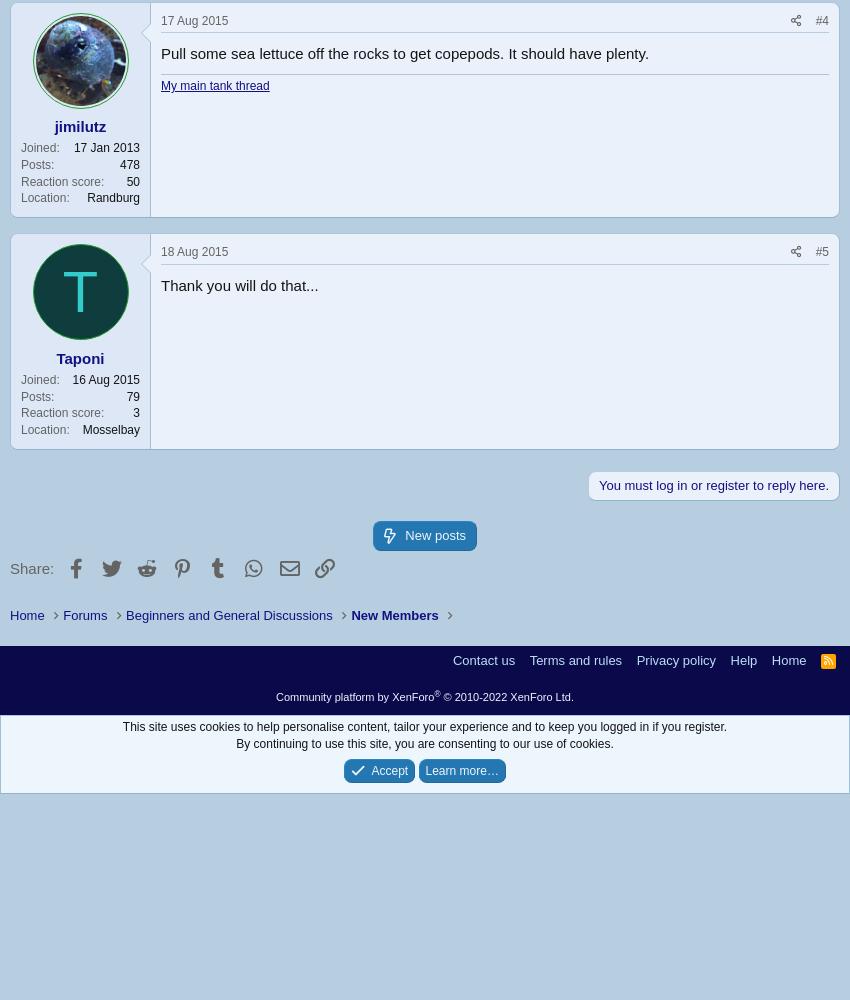  What do you see at coordinates (136, 413) in the screenshot?
I see `'3'` at bounding box center [136, 413].